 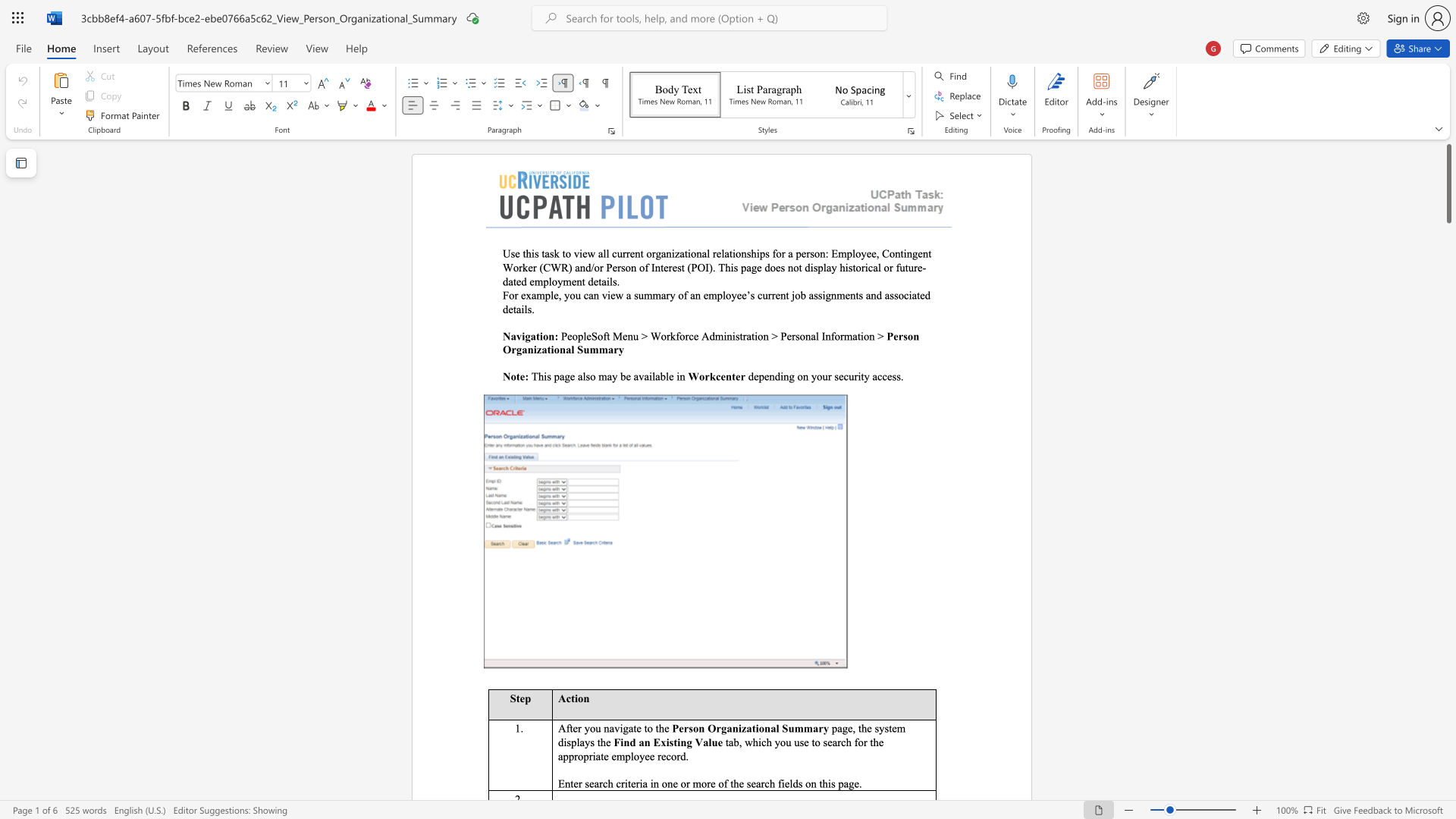 I want to click on the 1th character "a" in the text, so click(x=513, y=335).